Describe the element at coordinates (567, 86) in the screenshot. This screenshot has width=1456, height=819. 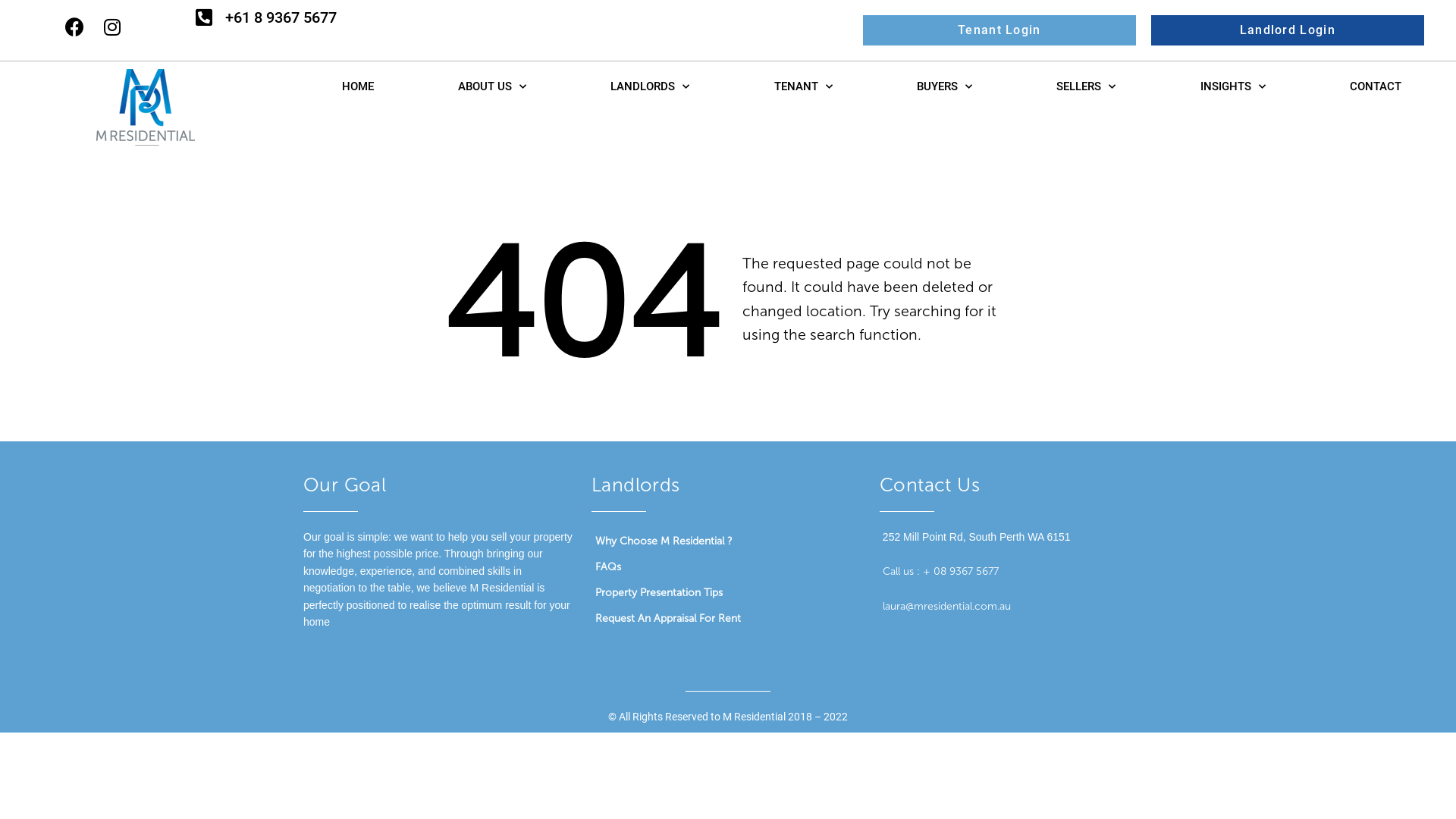
I see `'LANDLORDS'` at that location.